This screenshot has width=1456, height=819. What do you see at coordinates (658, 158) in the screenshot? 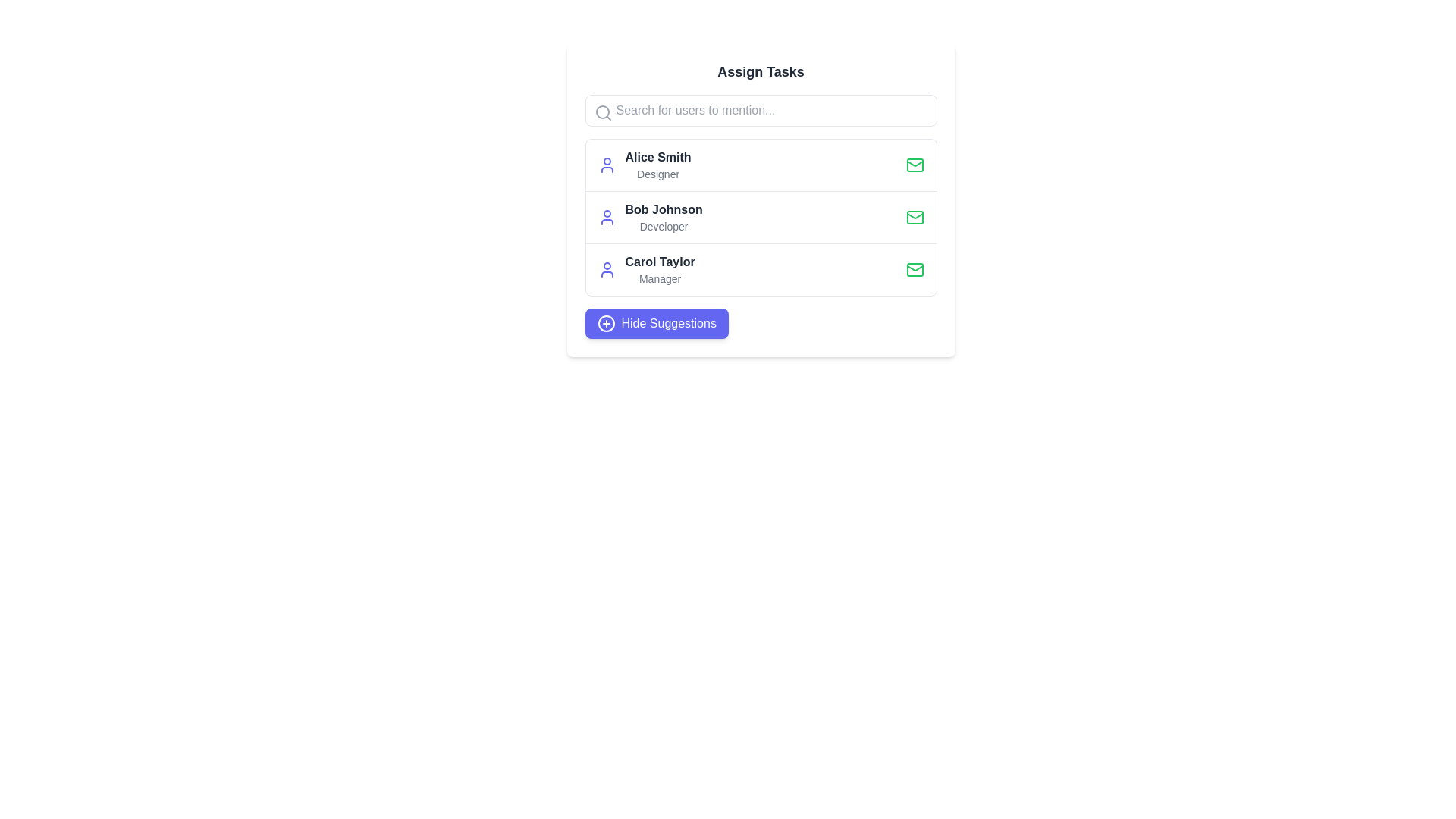
I see `the static text label displaying the name 'Alice Smith' in the first row of the user list` at bounding box center [658, 158].